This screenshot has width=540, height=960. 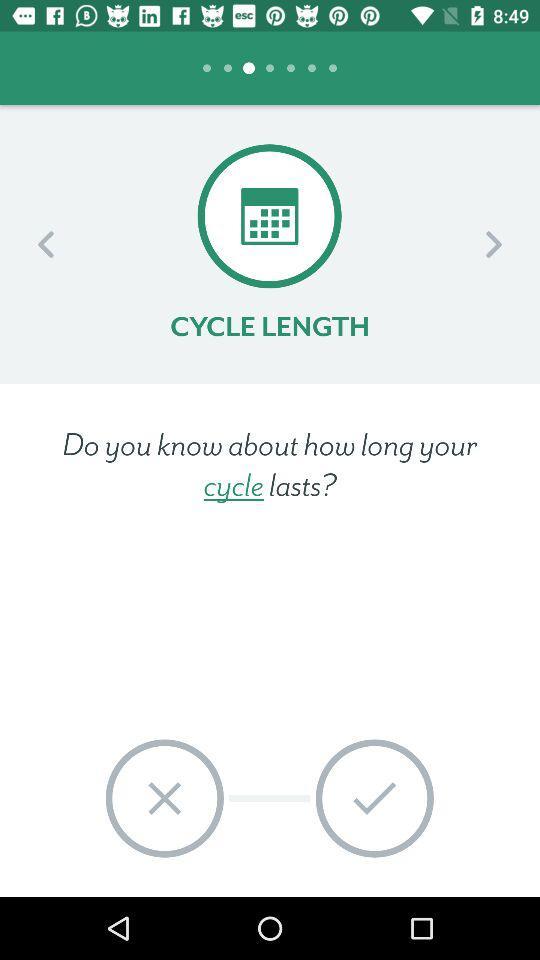 What do you see at coordinates (46, 243) in the screenshot?
I see `the arrow_backward icon` at bounding box center [46, 243].